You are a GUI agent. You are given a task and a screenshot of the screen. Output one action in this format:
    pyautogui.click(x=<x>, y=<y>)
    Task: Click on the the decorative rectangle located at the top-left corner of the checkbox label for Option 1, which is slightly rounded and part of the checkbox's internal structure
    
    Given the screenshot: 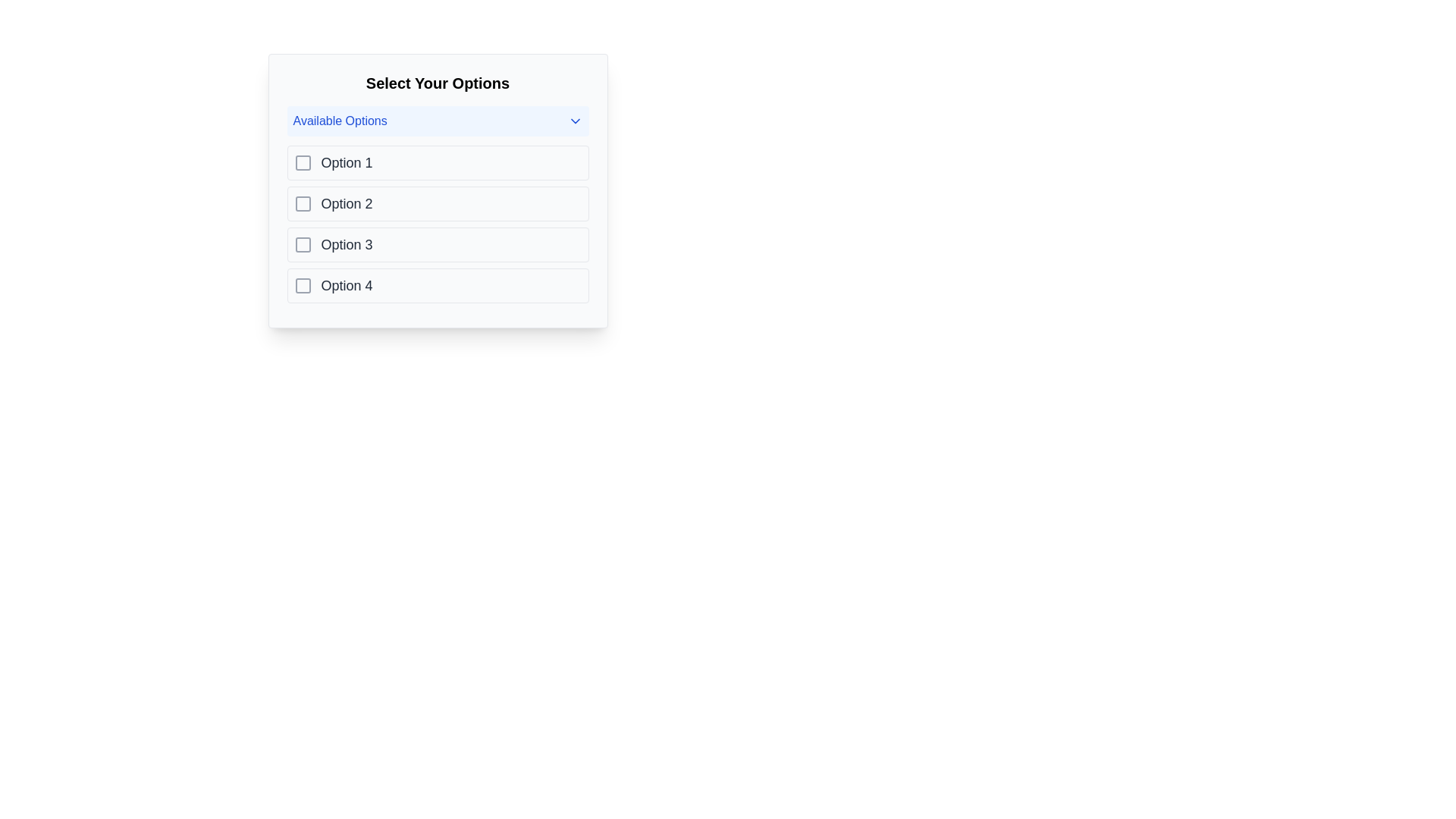 What is the action you would take?
    pyautogui.click(x=303, y=163)
    